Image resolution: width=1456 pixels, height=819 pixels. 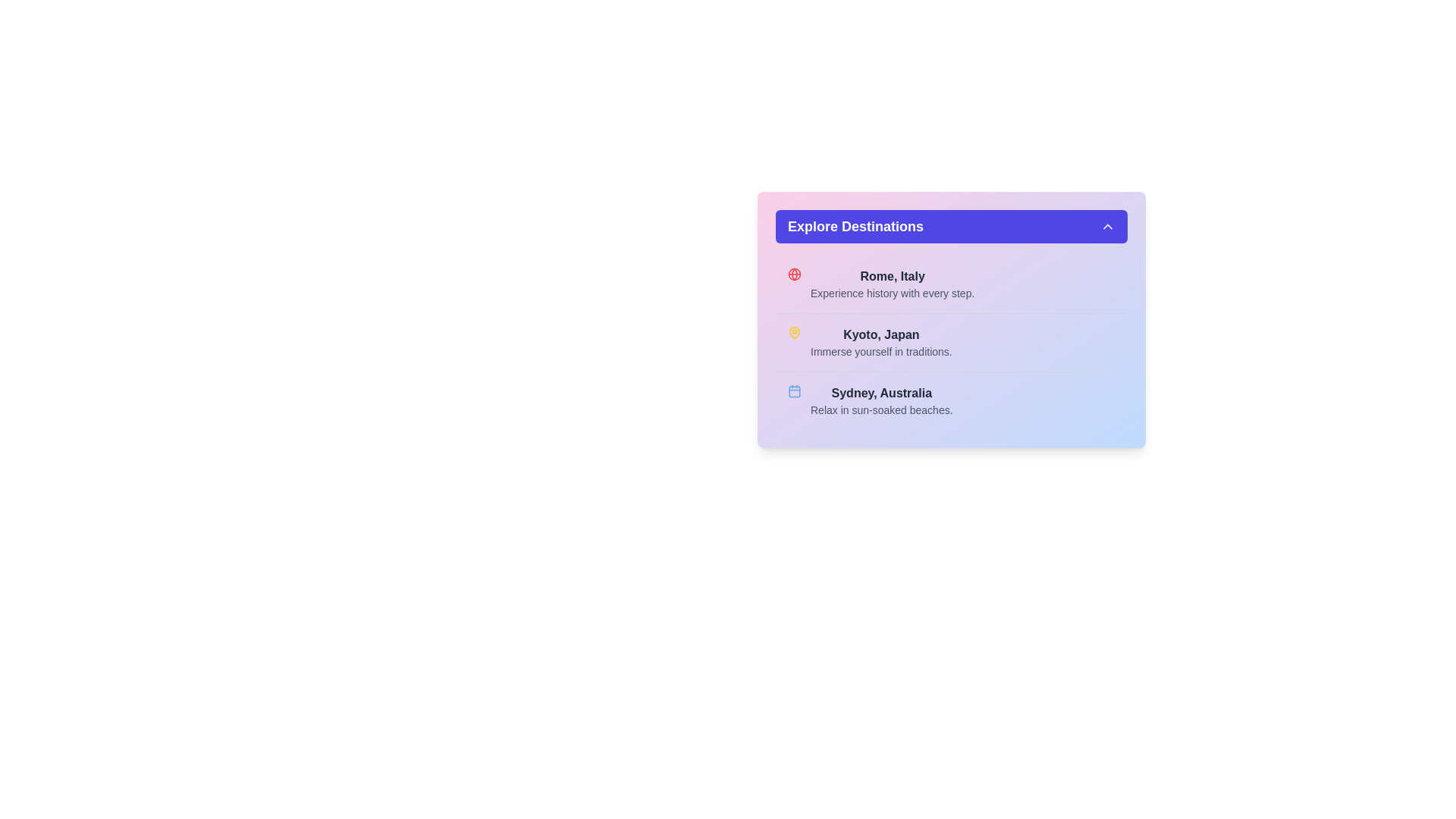 What do you see at coordinates (950, 342) in the screenshot?
I see `the second item in the list that highlights Kyoto as a destination` at bounding box center [950, 342].